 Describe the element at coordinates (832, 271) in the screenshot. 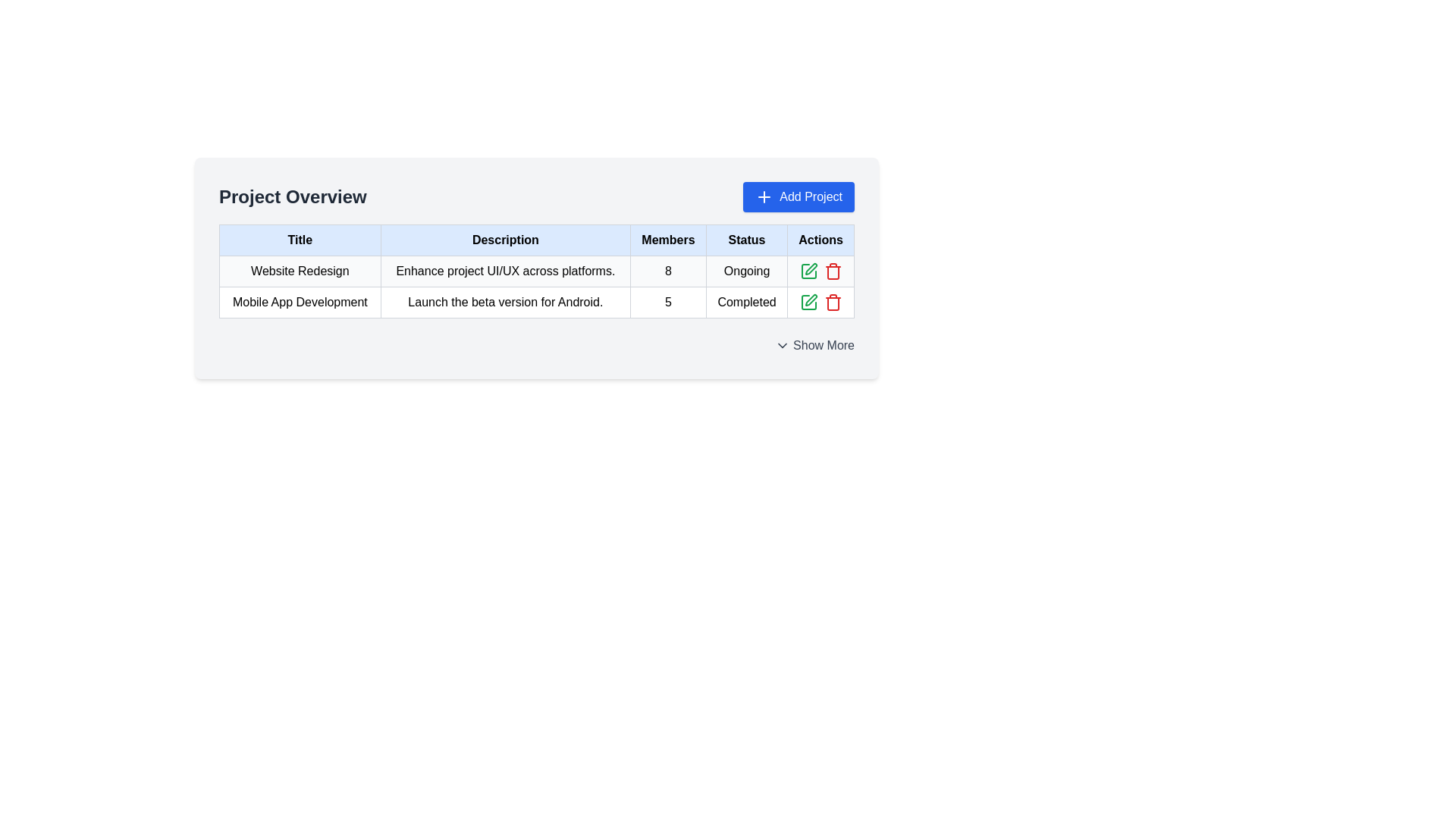

I see `the delete icon located in the Actions column for the 'Mobile App Development' row to initiate a delete action` at that location.